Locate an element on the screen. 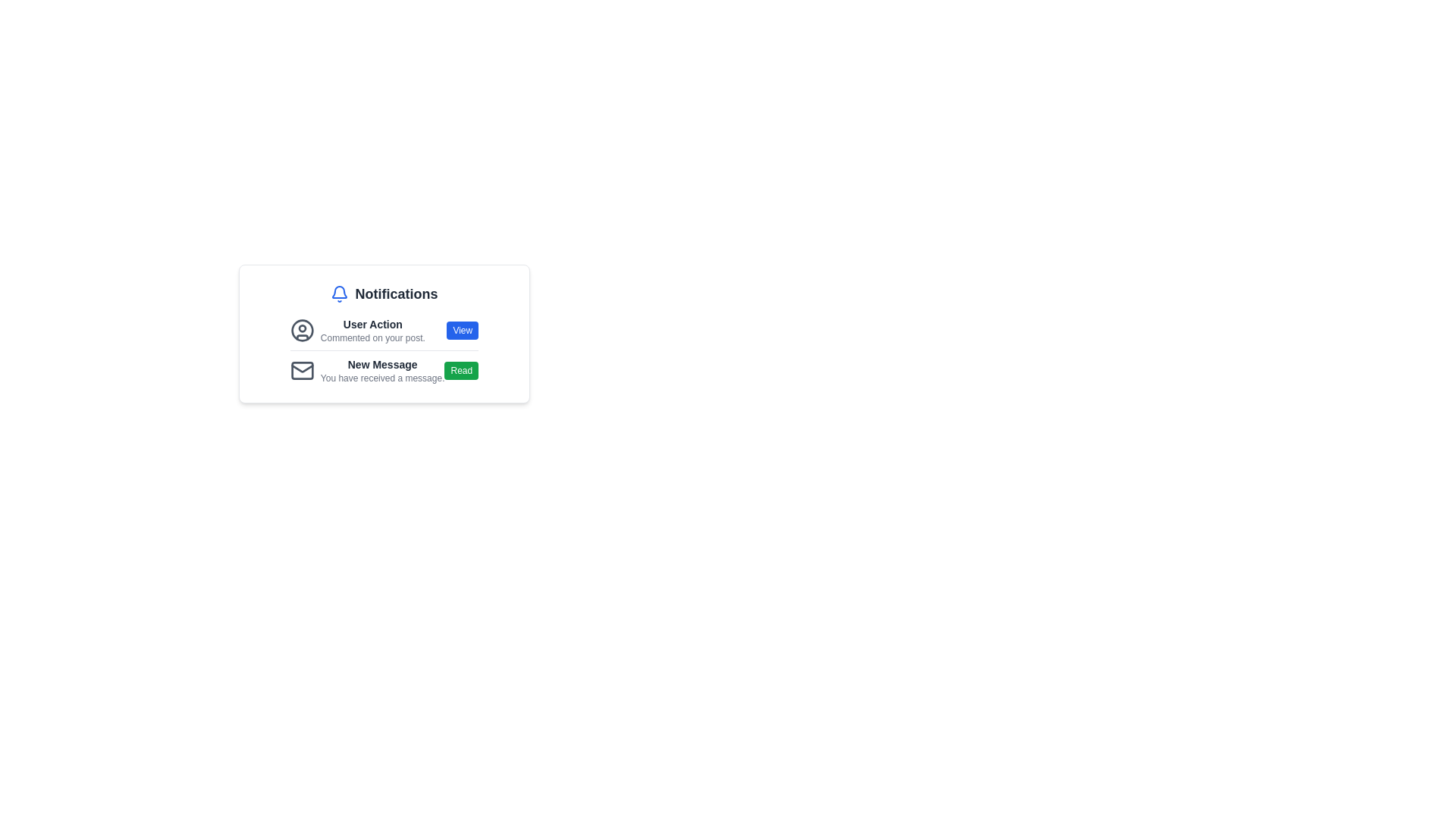 The image size is (1456, 819). the green button labeled 'Read' which is is located at coordinates (460, 371).